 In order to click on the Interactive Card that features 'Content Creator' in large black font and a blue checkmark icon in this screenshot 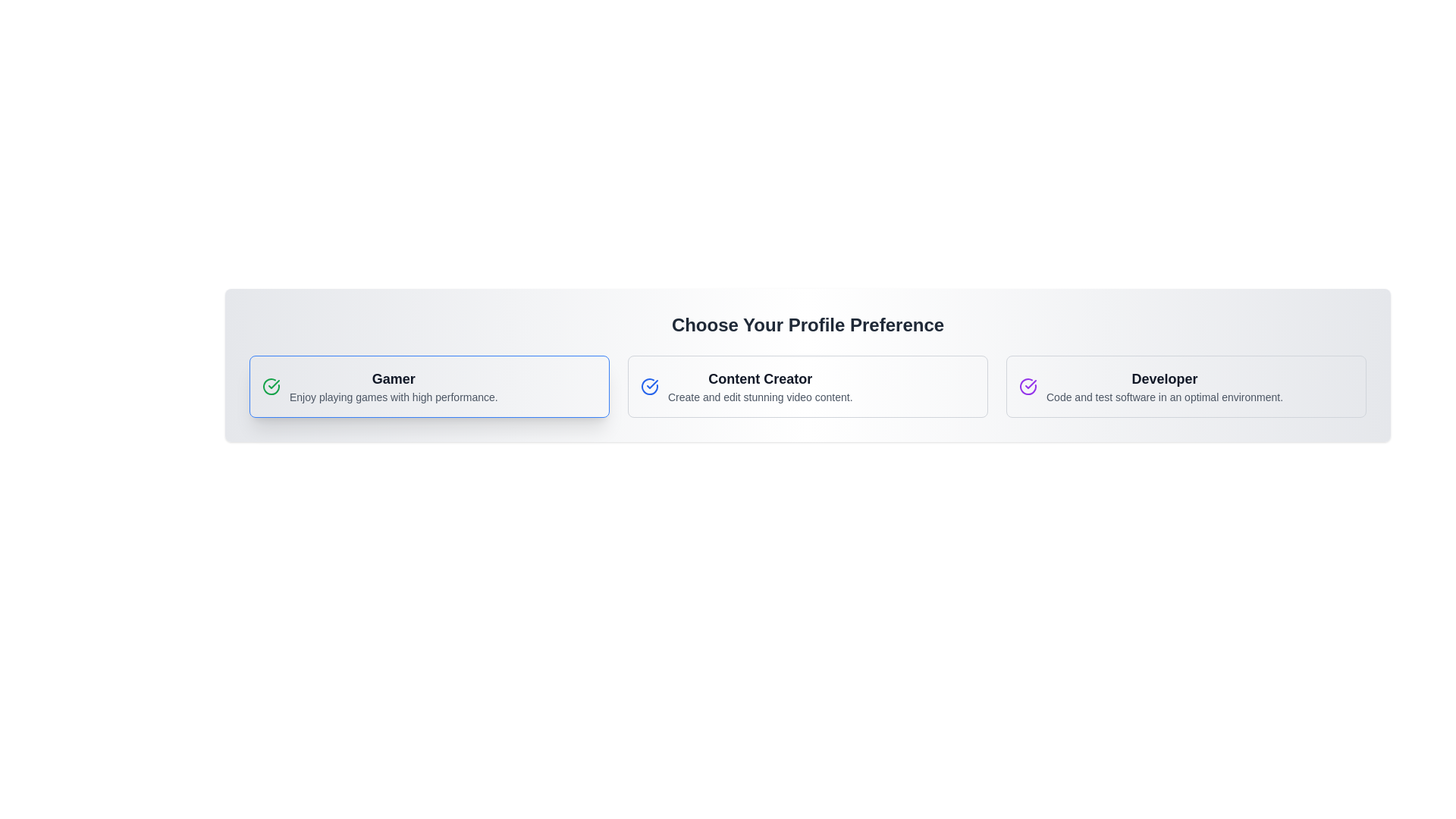, I will do `click(807, 385)`.